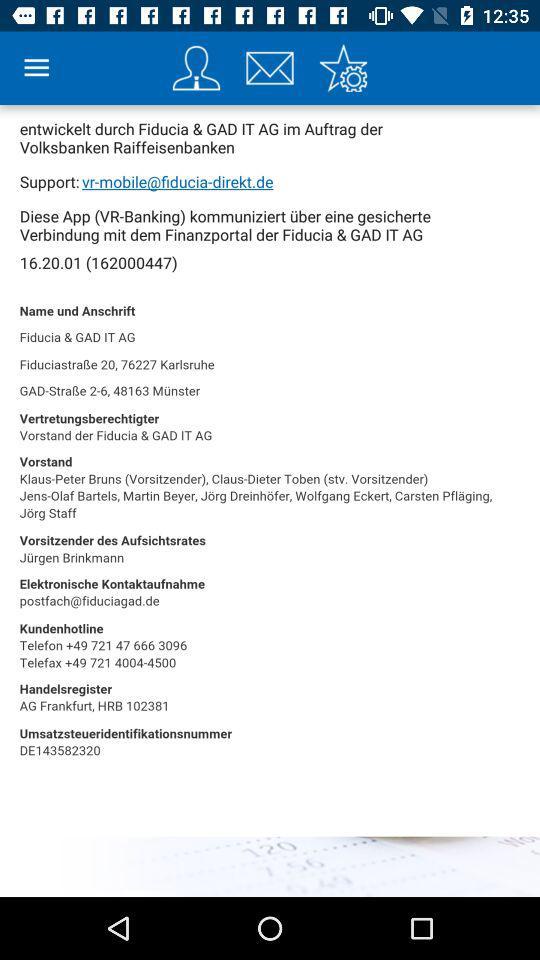  Describe the element at coordinates (196, 68) in the screenshot. I see `contest` at that location.